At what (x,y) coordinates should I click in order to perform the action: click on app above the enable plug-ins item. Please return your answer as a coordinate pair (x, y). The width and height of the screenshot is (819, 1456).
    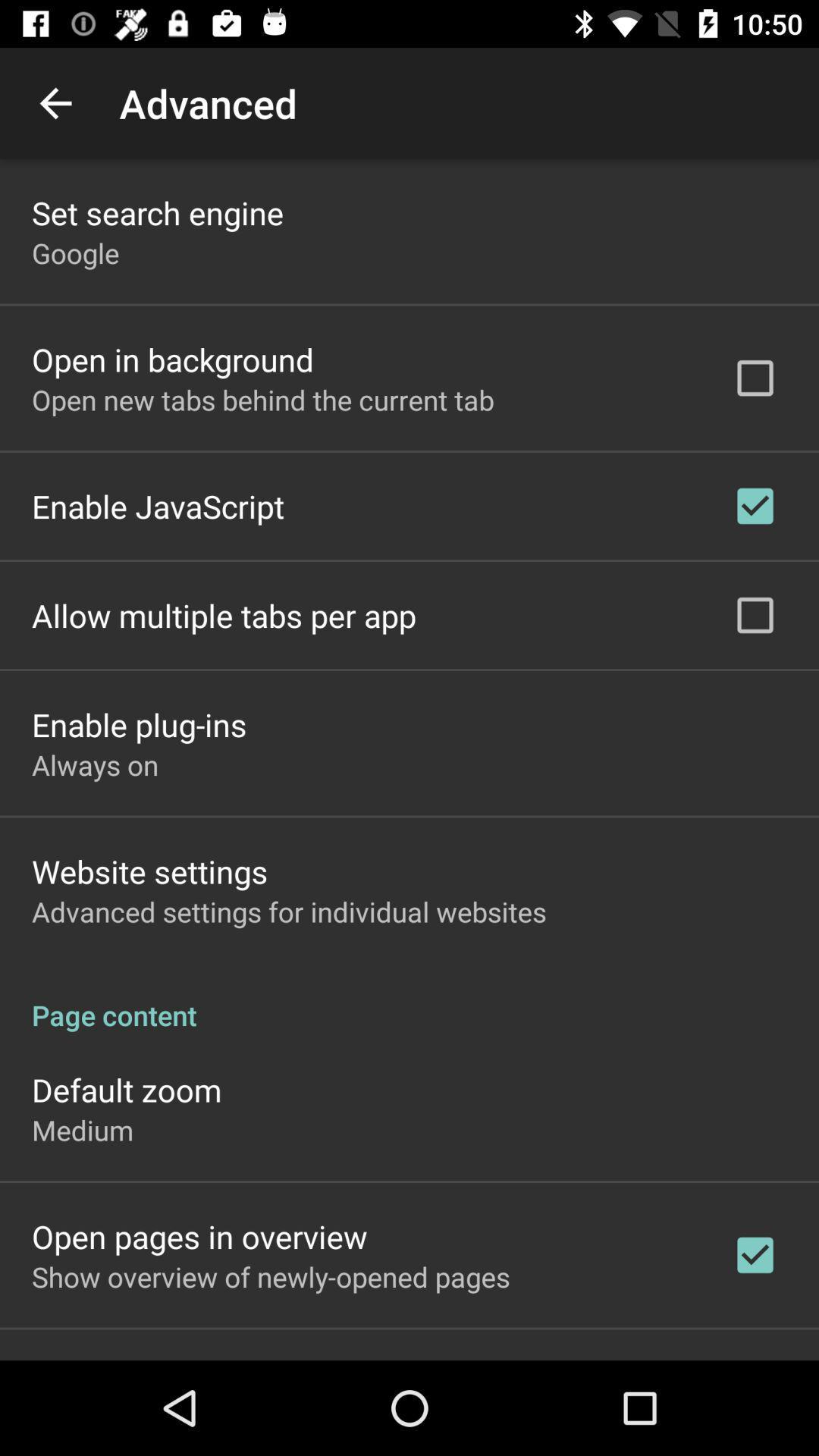
    Looking at the image, I should click on (224, 615).